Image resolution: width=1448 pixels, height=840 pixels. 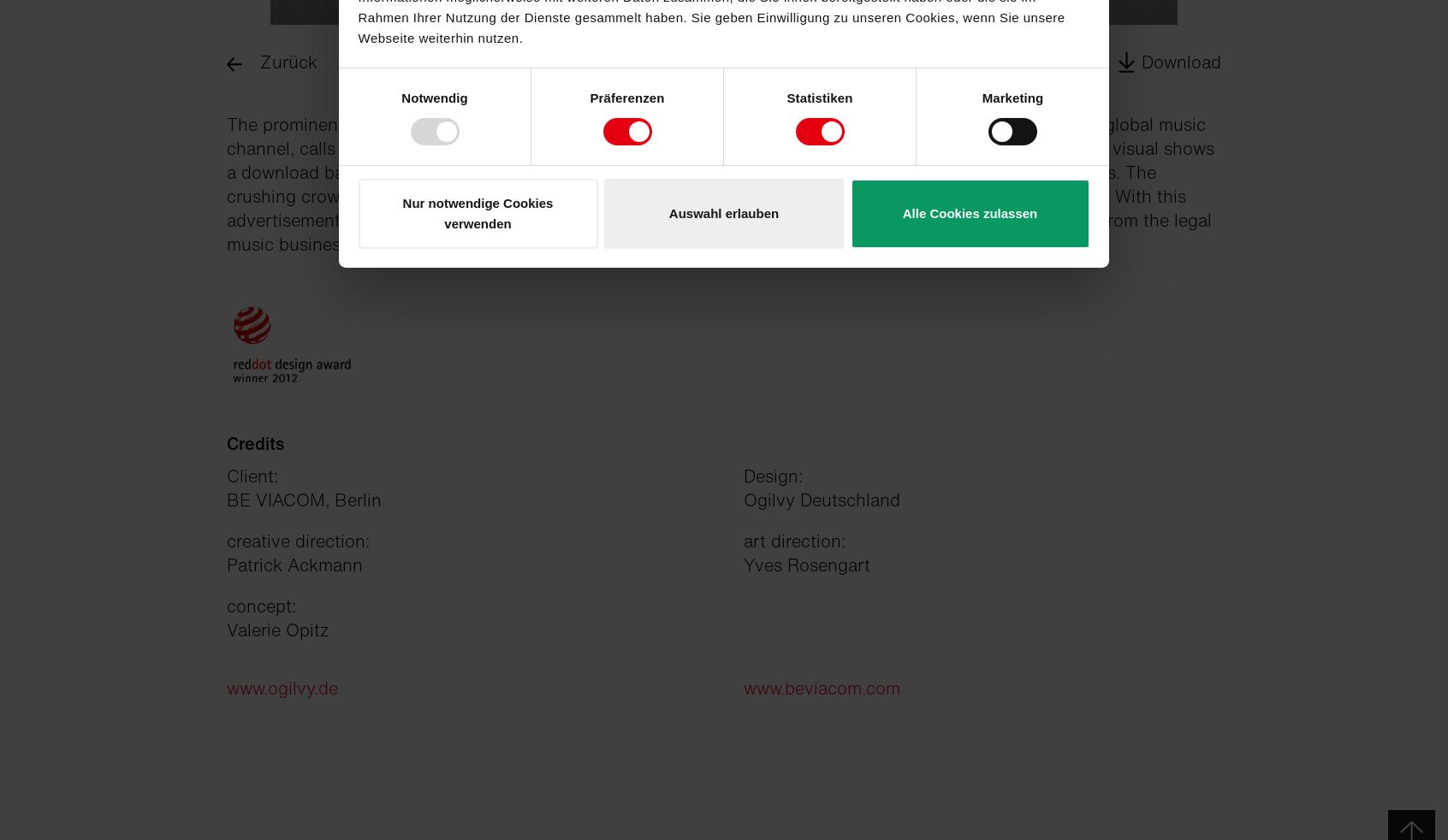 I want to click on 'Alle Cookies zulassen', so click(x=968, y=212).